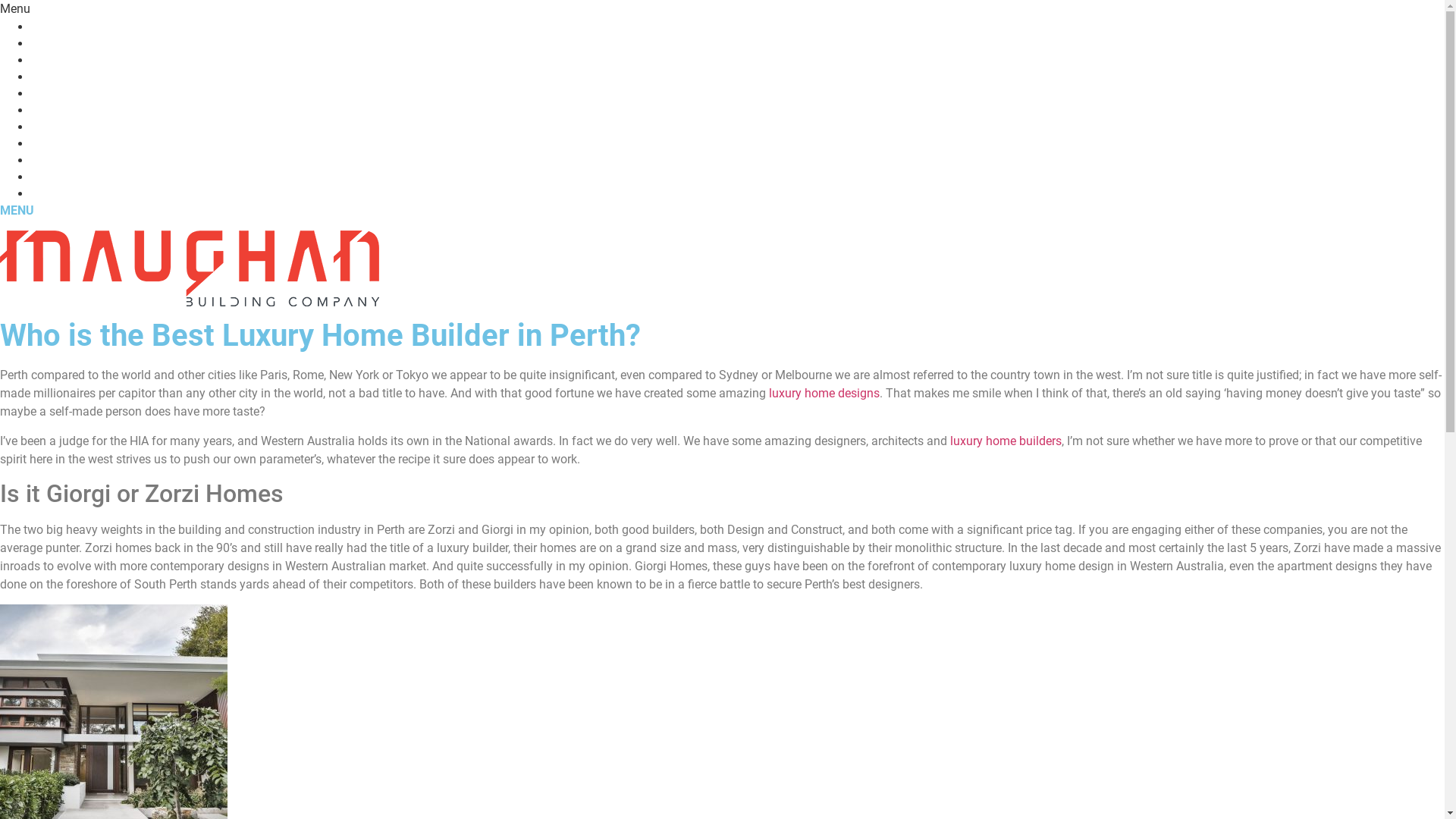 This screenshot has height=819, width=1456. Describe the element at coordinates (1006, 441) in the screenshot. I see `'luxury home builders'` at that location.